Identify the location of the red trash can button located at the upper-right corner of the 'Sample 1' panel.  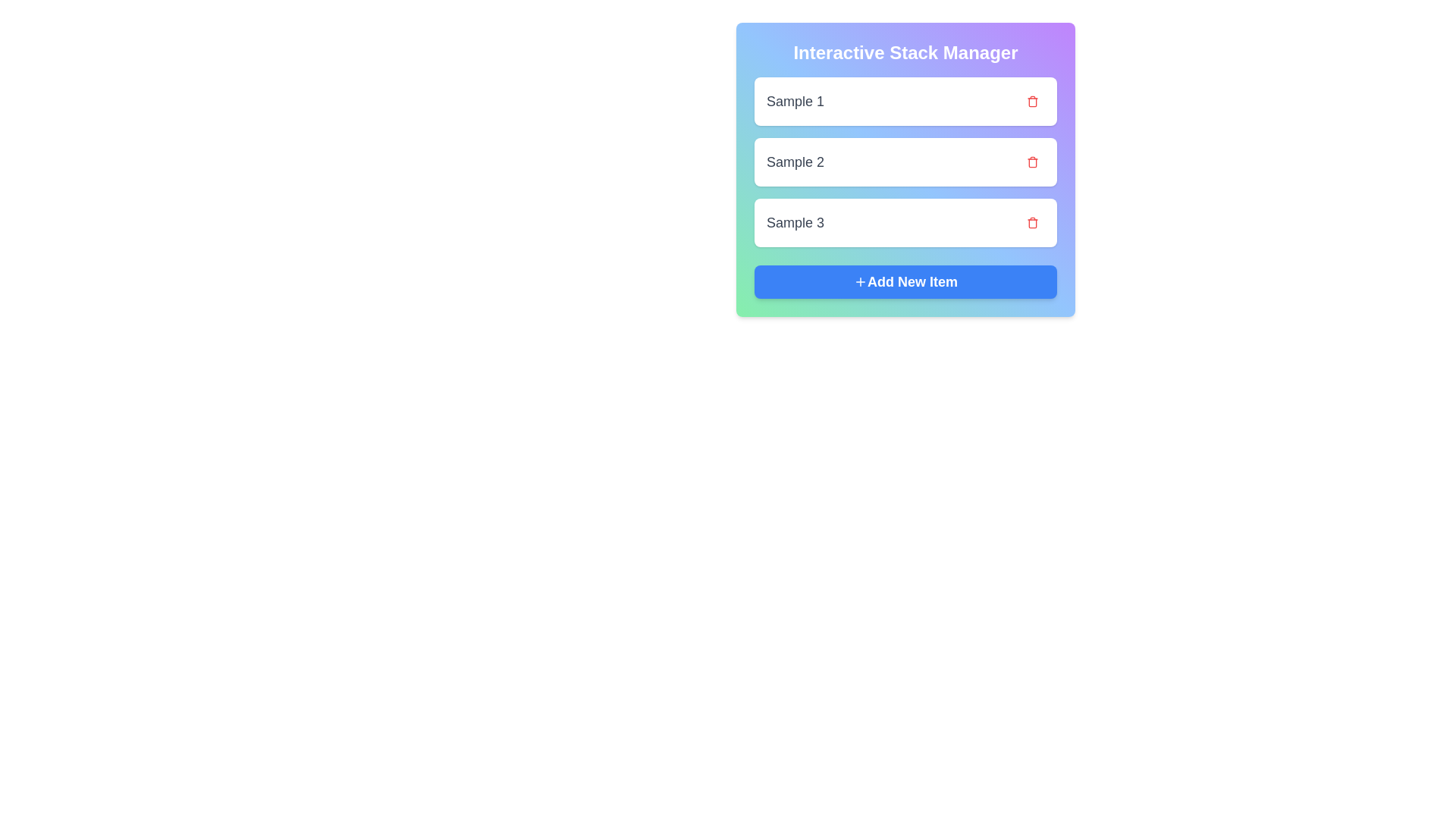
(1032, 102).